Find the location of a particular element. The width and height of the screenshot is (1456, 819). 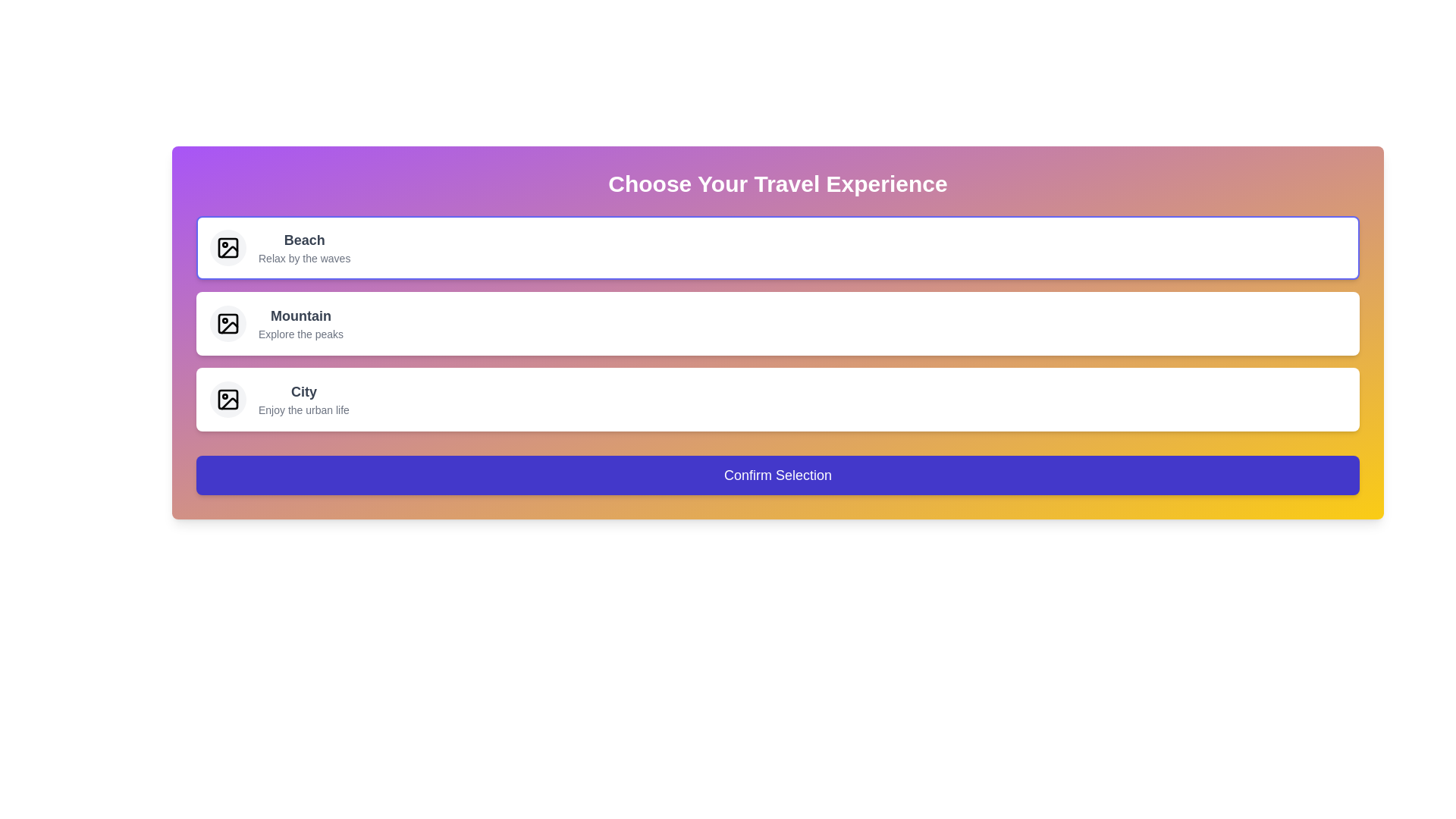

the circular icon with a light gray background that features an outlined image symbol representing a sun or moon, located to the left of the text 'Mountain' and 'Explore the peaks' is located at coordinates (227, 323).